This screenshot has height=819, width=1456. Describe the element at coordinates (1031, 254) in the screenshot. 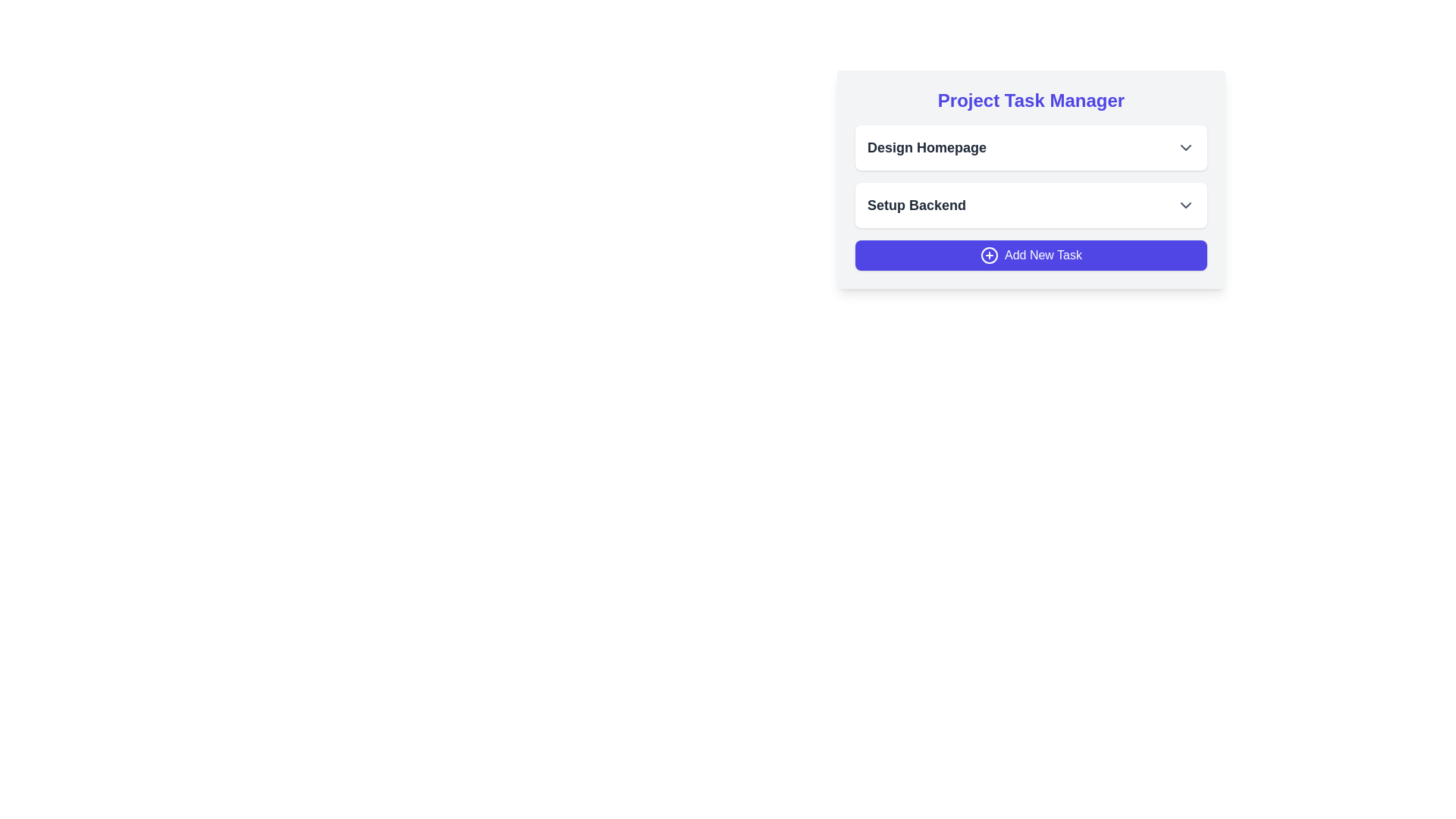

I see `the 'Add New Task' button, which is a horizontally long button with rounded corners, vibrant indigo background, and white text with a circular plus icon` at that location.